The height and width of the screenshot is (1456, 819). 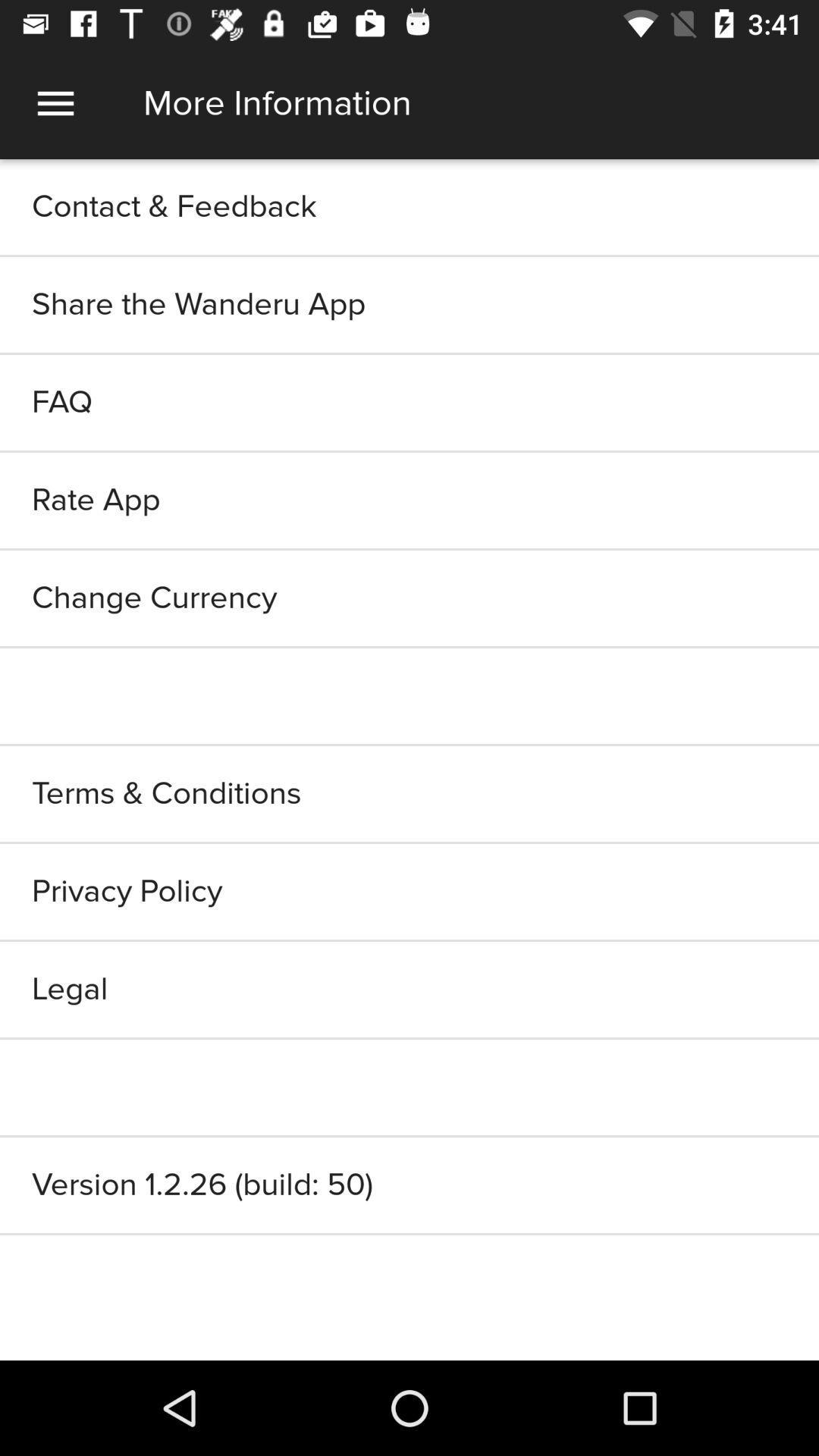 What do you see at coordinates (409, 990) in the screenshot?
I see `legal item` at bounding box center [409, 990].